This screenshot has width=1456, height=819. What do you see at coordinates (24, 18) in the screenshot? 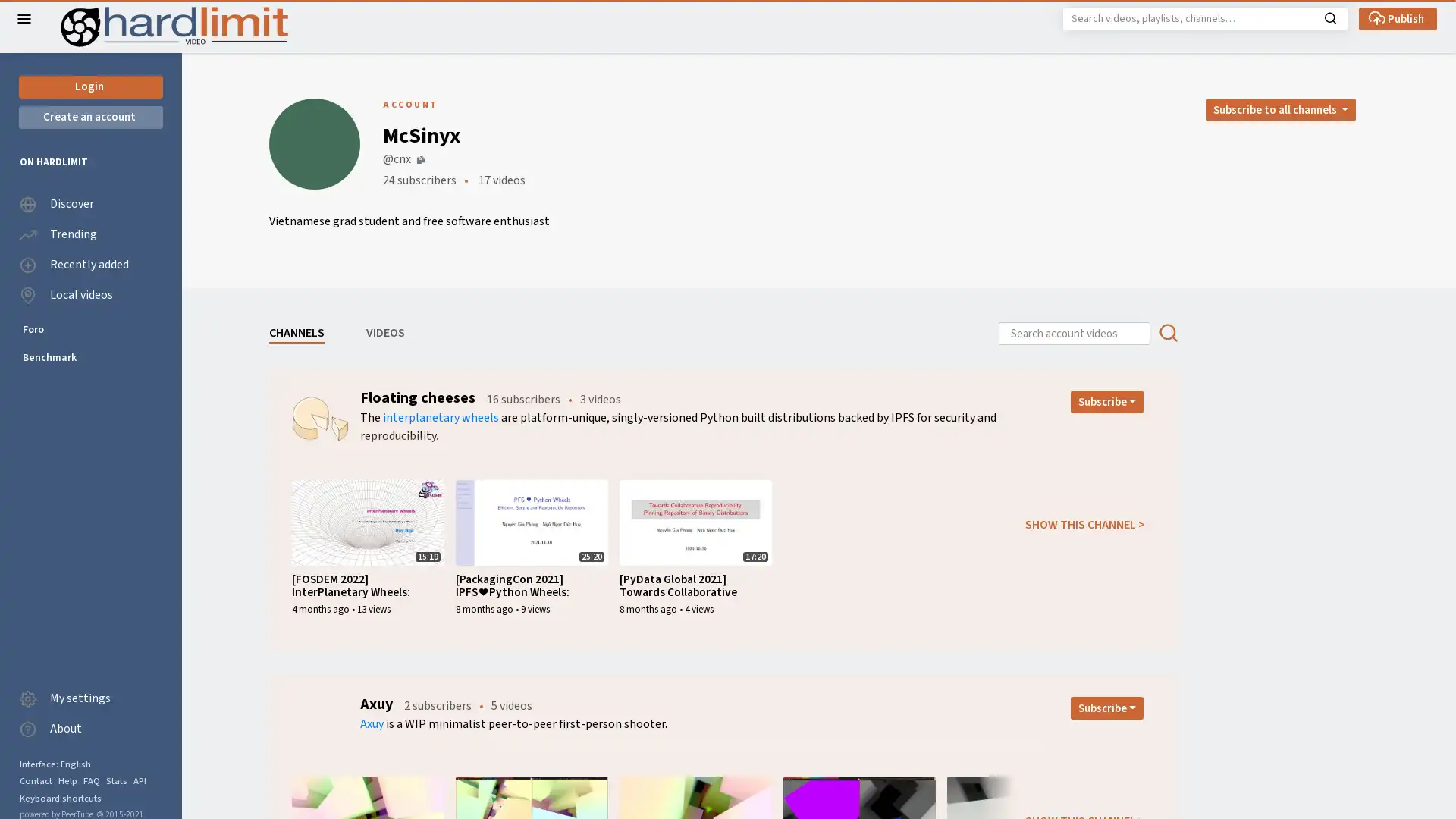
I see `Close the left menu` at bounding box center [24, 18].